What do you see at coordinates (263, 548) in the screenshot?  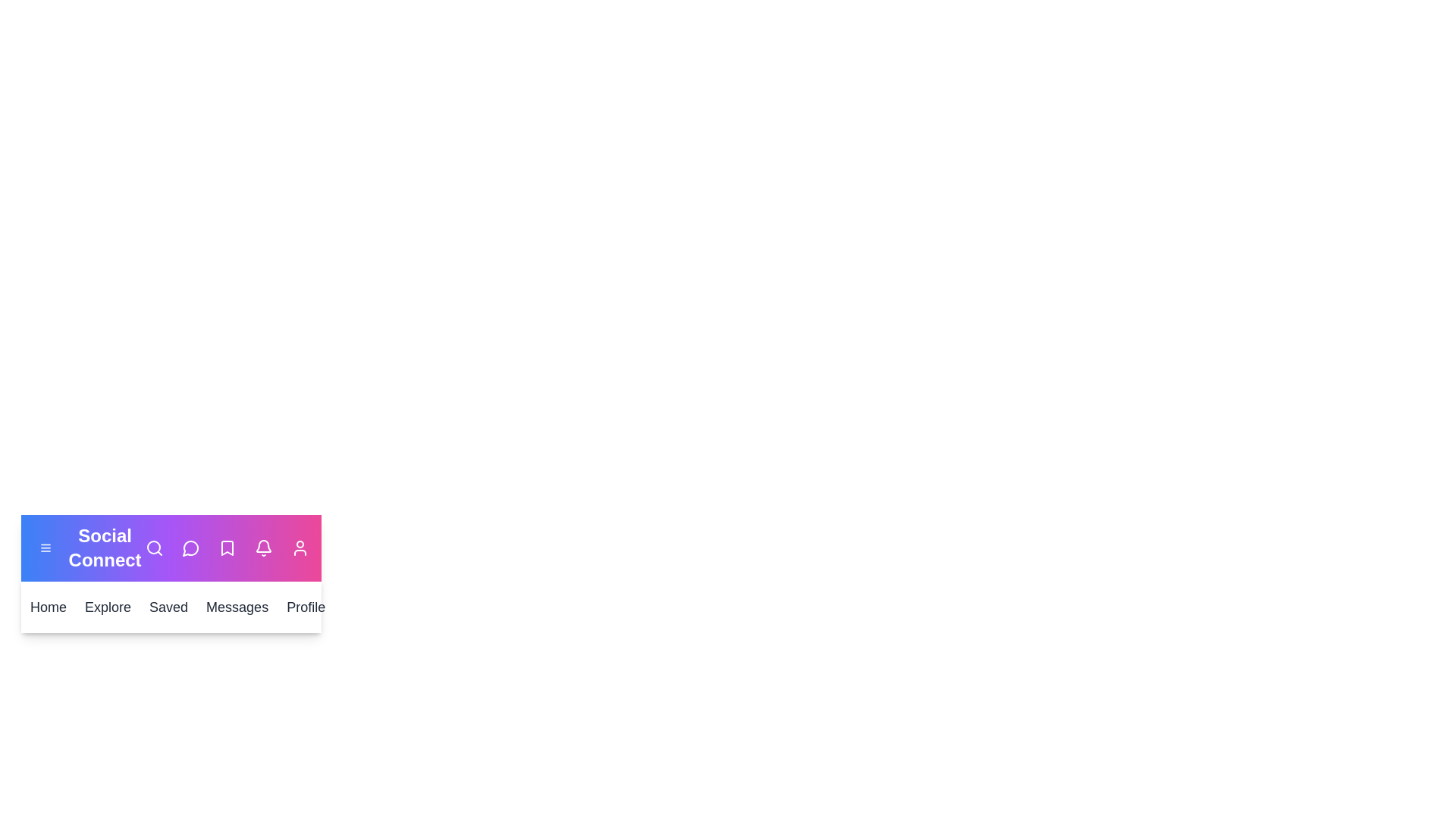 I see `the bell icon to check notifications` at bounding box center [263, 548].